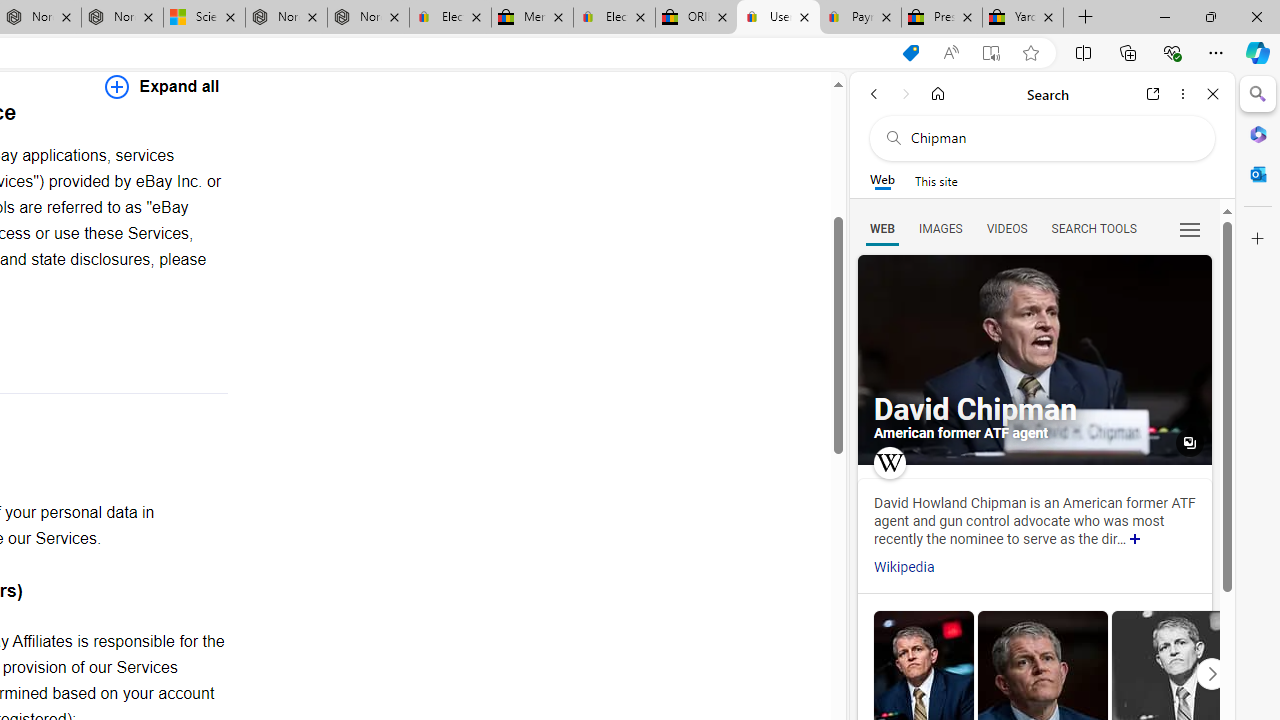 Image resolution: width=1280 pixels, height=720 pixels. Describe the element at coordinates (881, 180) in the screenshot. I see `'Web scope'` at that location.